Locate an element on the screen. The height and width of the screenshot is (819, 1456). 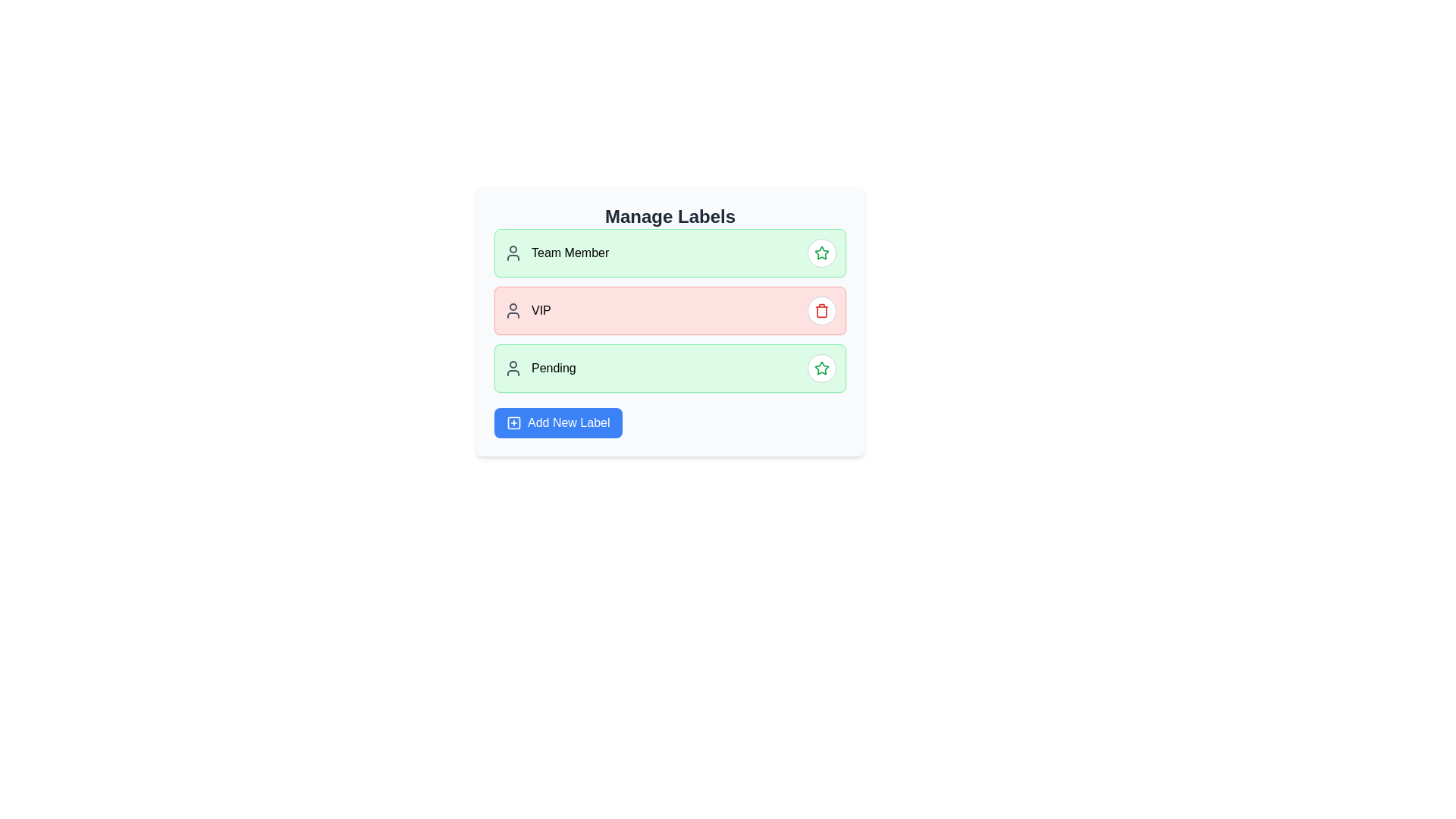
the 'VIP' label, which is a light red rectangular module in the middle of the stack under 'Manage Labels' is located at coordinates (669, 309).